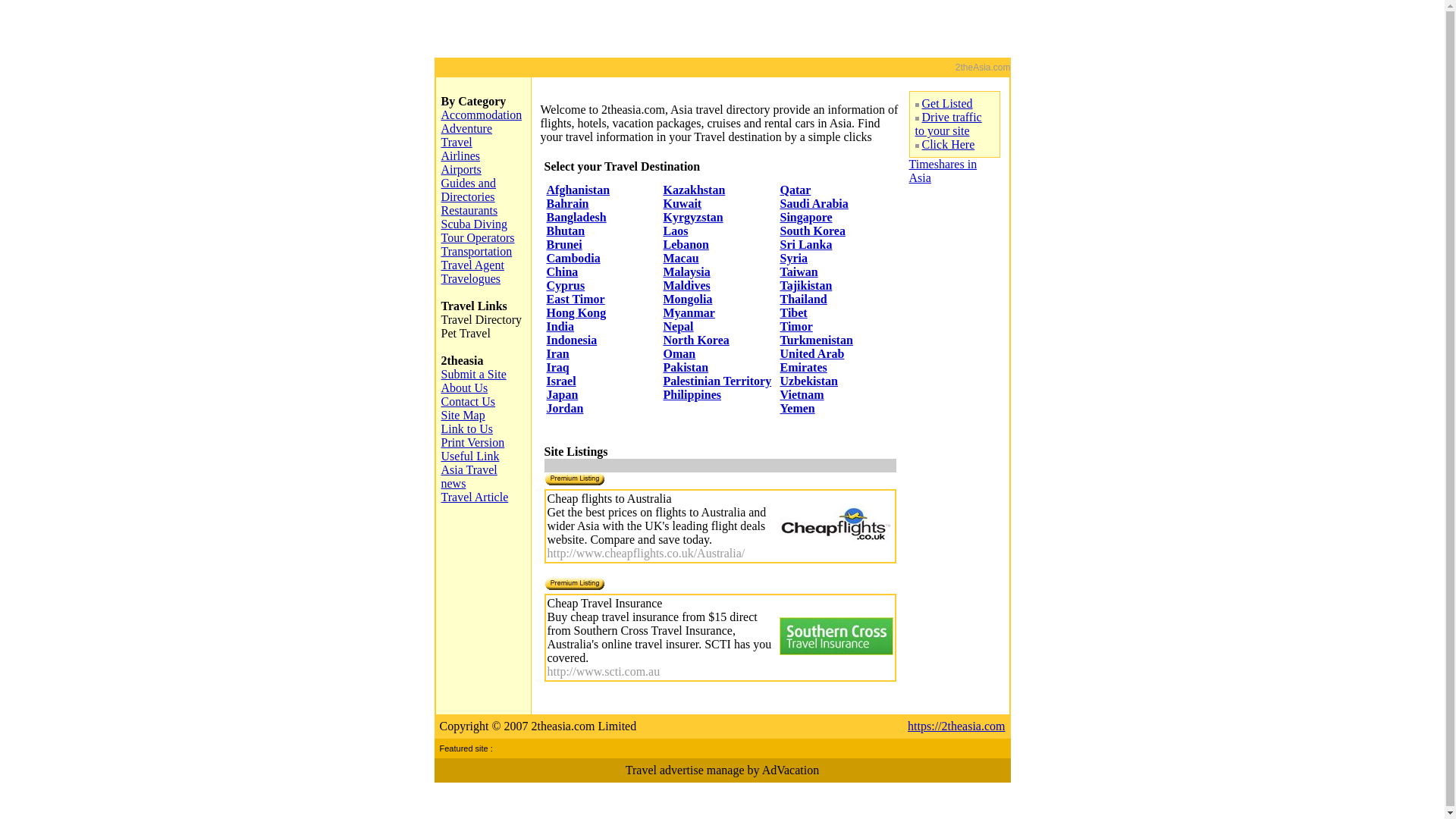 This screenshot has height=819, width=1456. I want to click on 'Travelogues', so click(440, 278).